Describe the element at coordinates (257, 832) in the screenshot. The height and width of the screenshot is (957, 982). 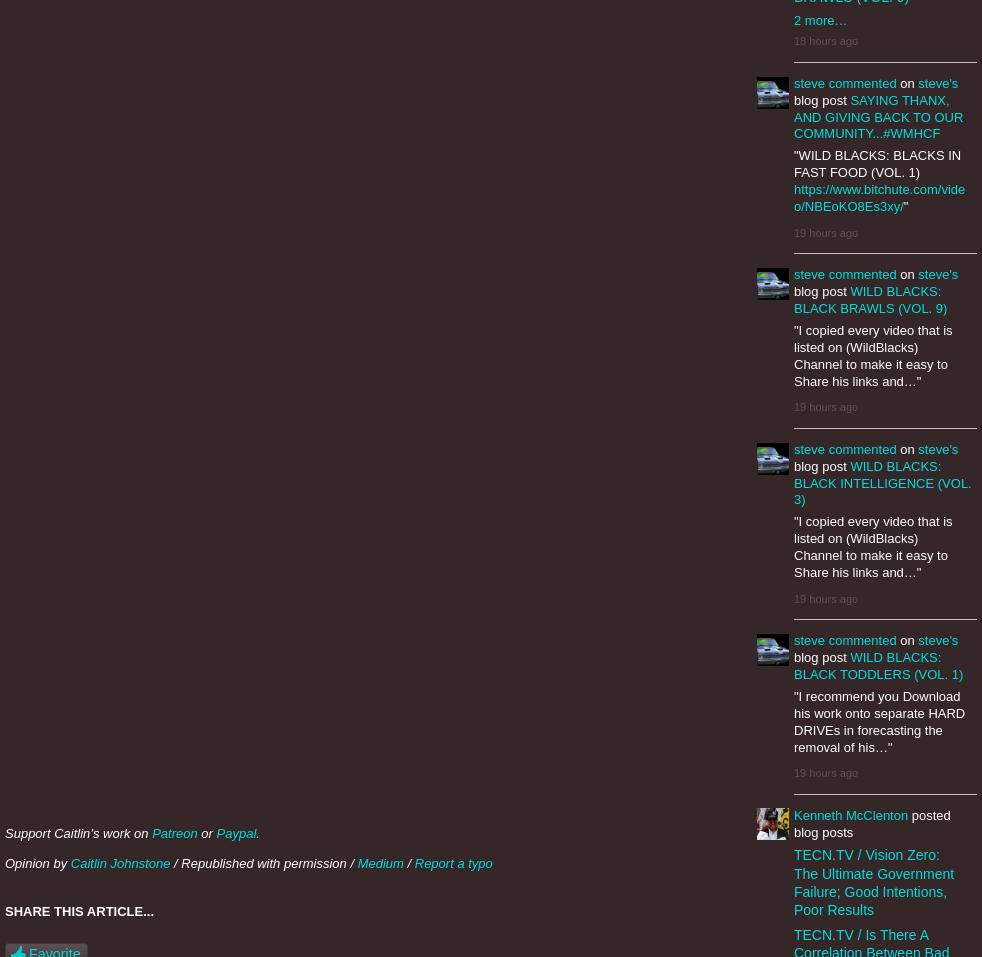
I see `'.'` at that location.